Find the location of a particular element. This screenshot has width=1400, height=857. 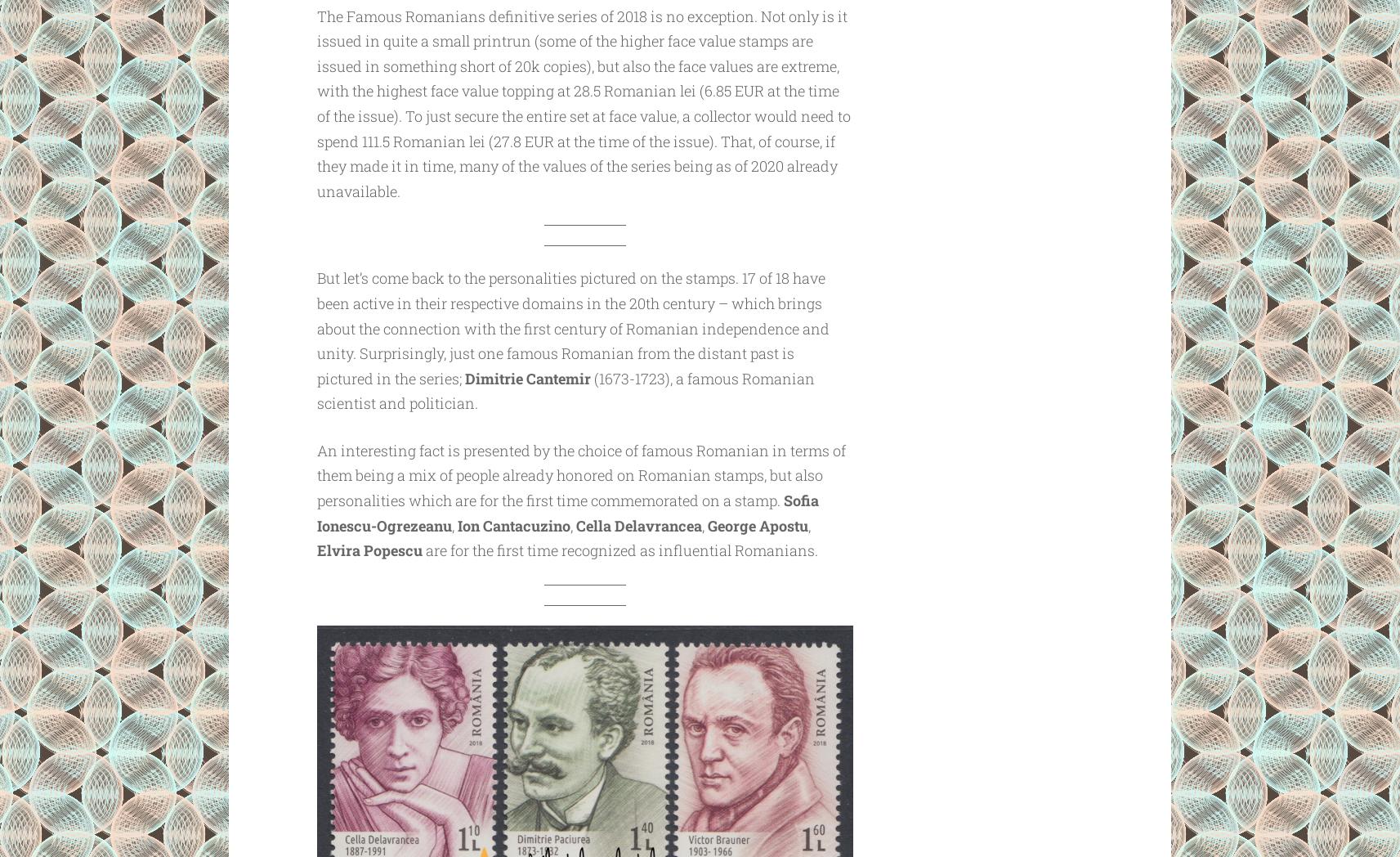

'But let’s come back to the personalities pictured on the stamps. 17 of 18 have been active in their respective domains in the 20th century – which brings about the connection with the first century of Romanian independence and unity. Surprisingly, just one famous Romanian from the distant past is pictured in the series;' is located at coordinates (572, 327).